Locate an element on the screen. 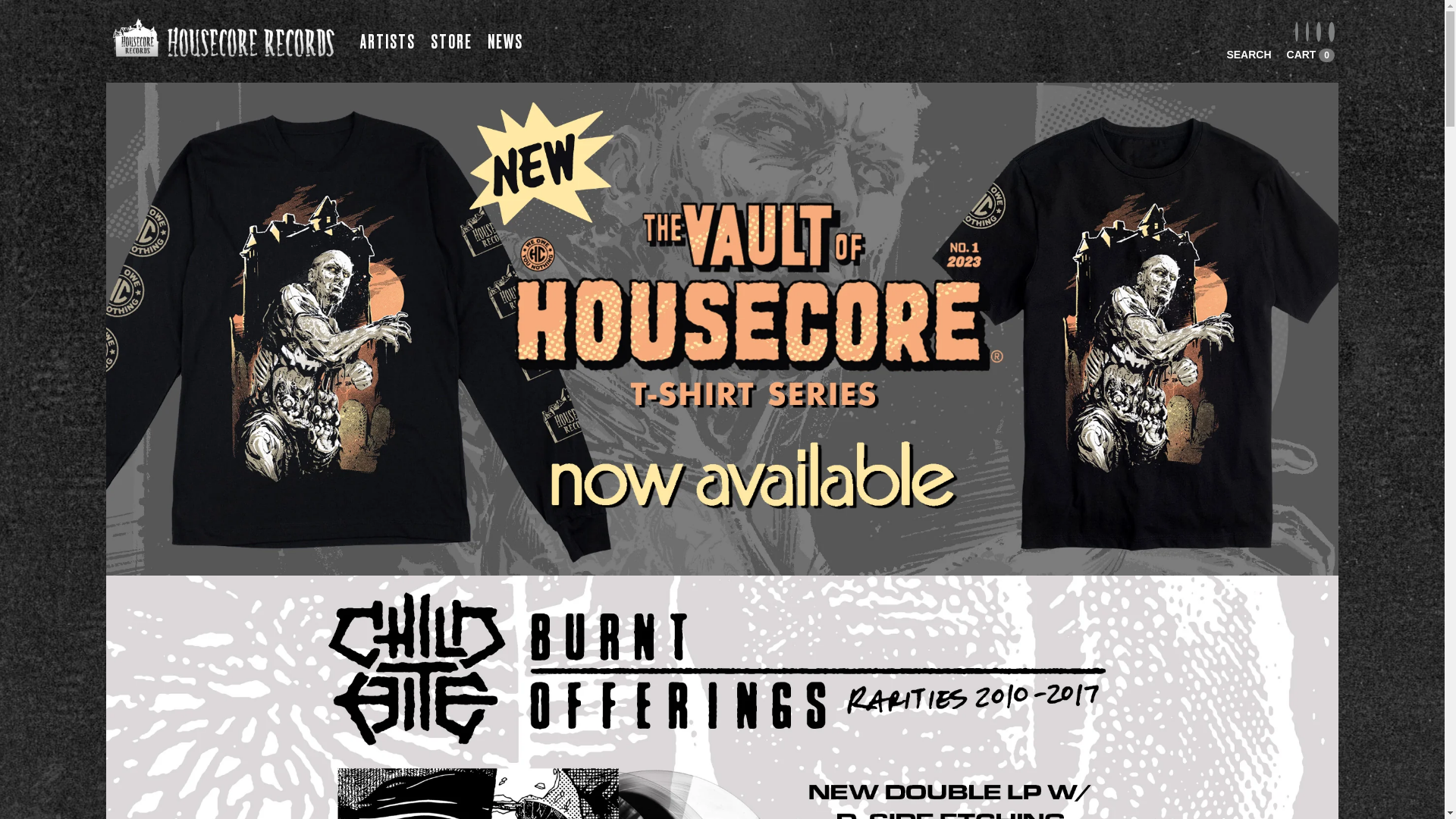 Image resolution: width=1456 pixels, height=819 pixels. 'STORE' is located at coordinates (450, 42).